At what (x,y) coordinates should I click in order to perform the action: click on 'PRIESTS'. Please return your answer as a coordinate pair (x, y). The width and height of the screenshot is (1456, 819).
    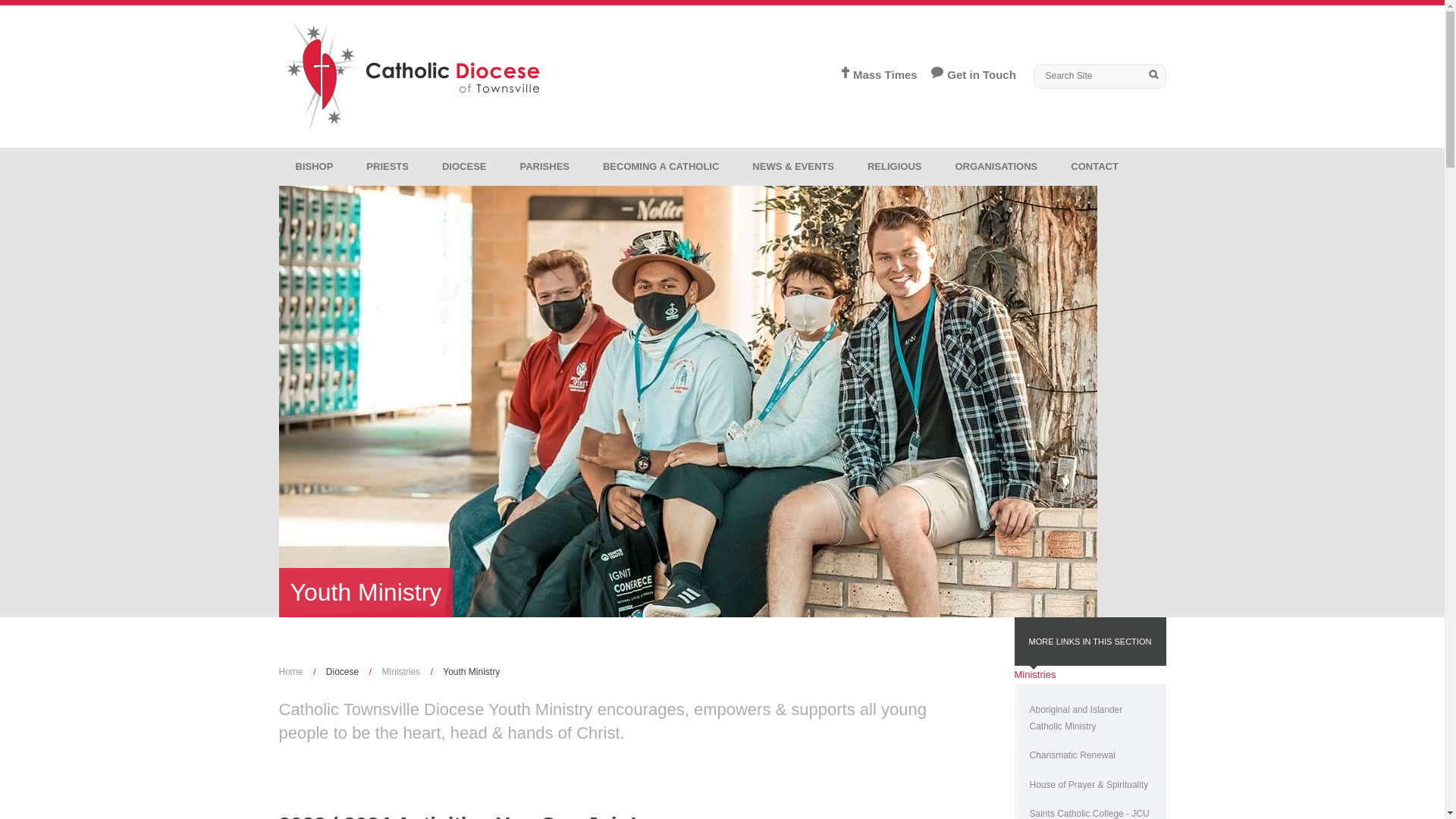
    Looking at the image, I should click on (387, 166).